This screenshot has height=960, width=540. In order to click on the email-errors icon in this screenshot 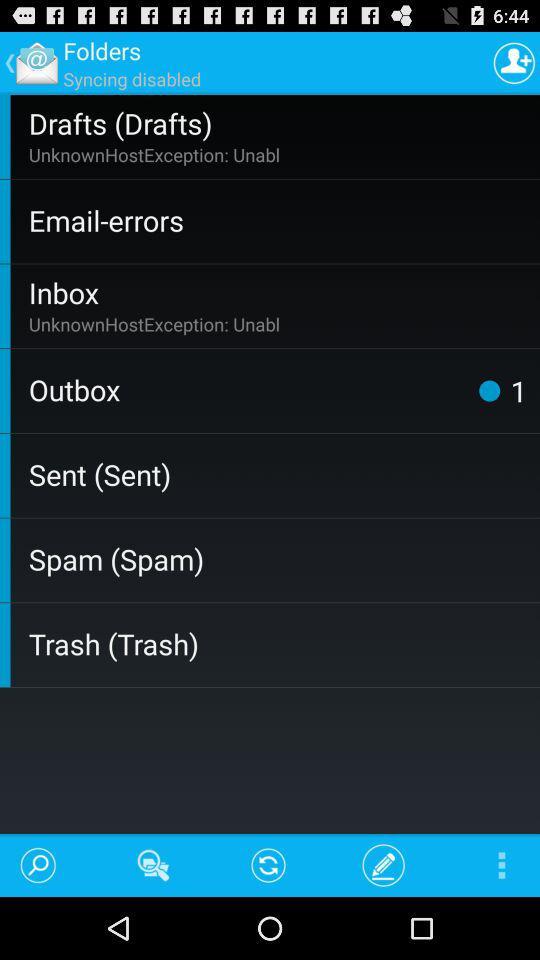, I will do `click(279, 219)`.